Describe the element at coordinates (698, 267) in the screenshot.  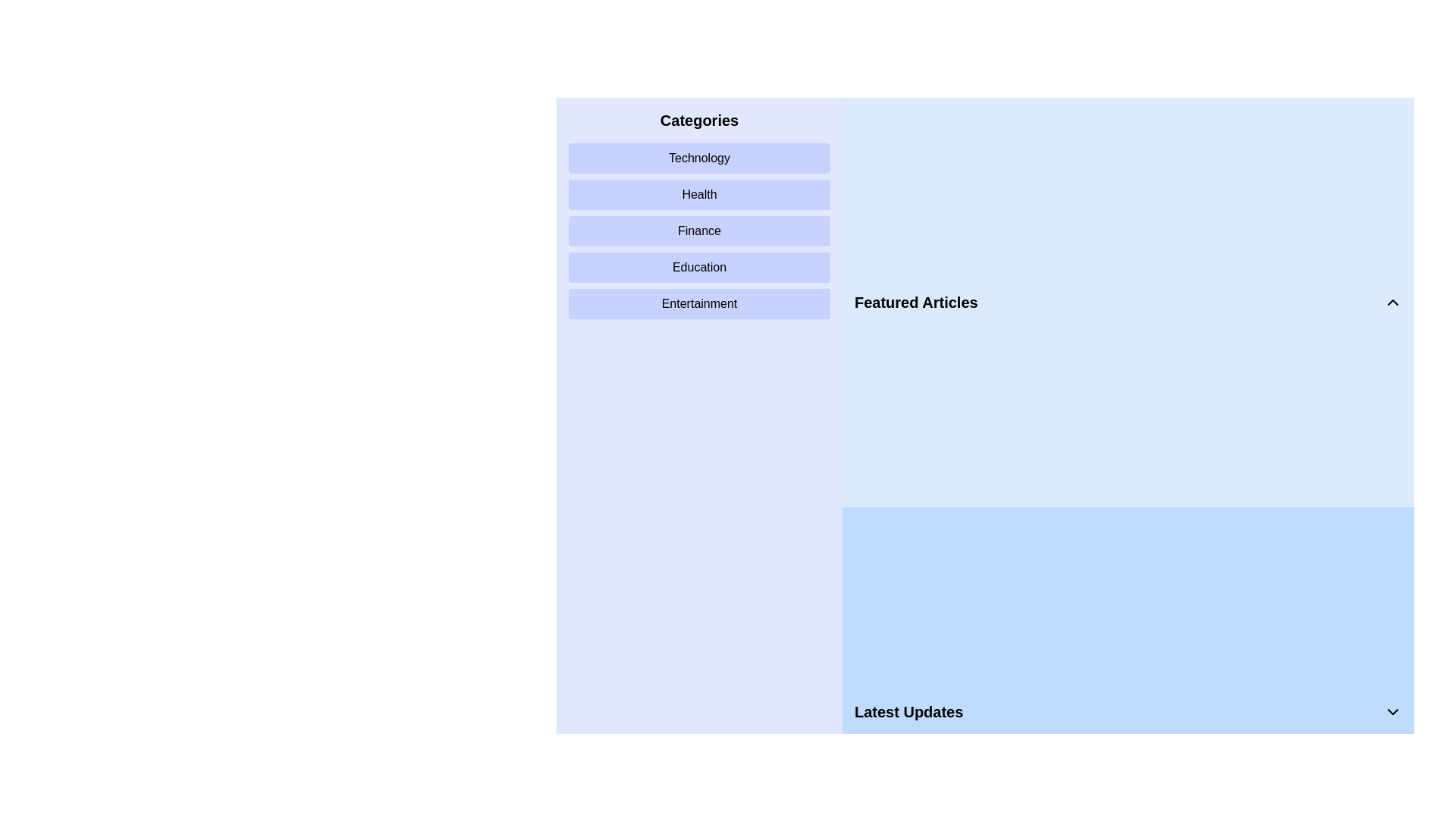
I see `the 'Education' button, which is a light blue rectangular button with rounded corners, located fourth in the vertical list of categories` at that location.